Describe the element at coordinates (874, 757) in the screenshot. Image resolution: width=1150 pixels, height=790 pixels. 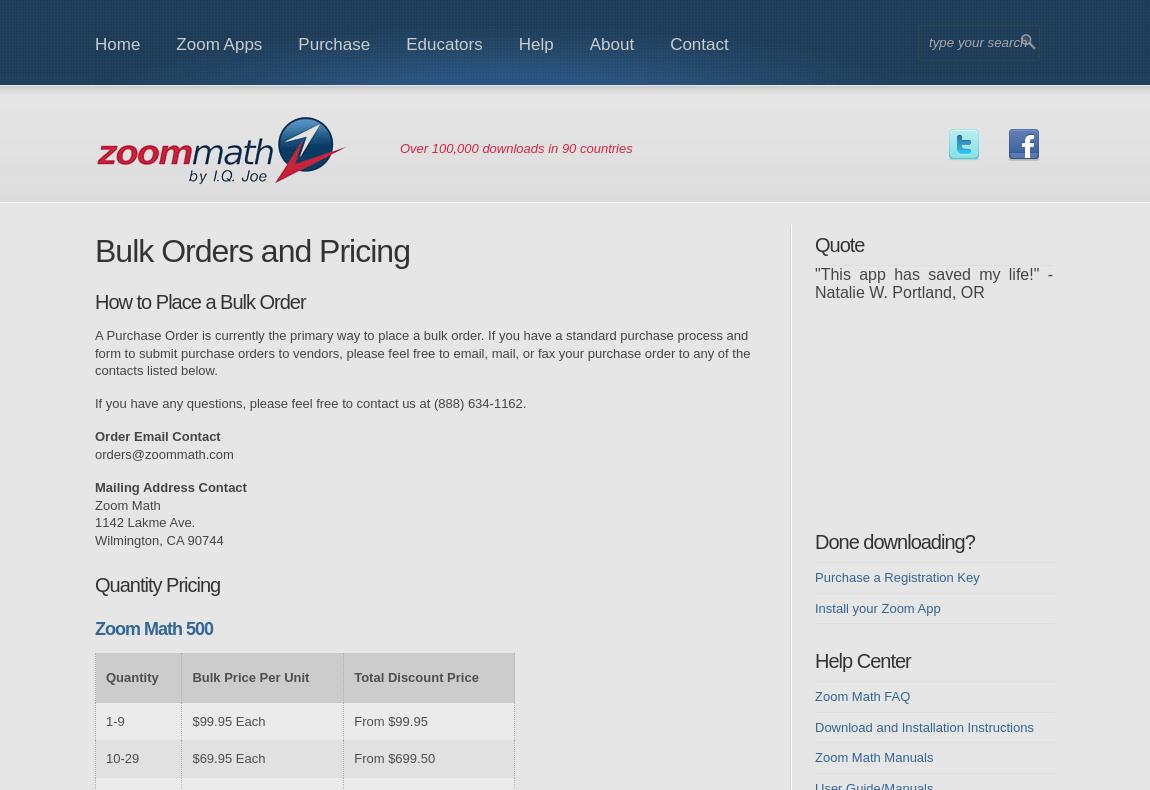
I see `'Zoom Math Manuals'` at that location.